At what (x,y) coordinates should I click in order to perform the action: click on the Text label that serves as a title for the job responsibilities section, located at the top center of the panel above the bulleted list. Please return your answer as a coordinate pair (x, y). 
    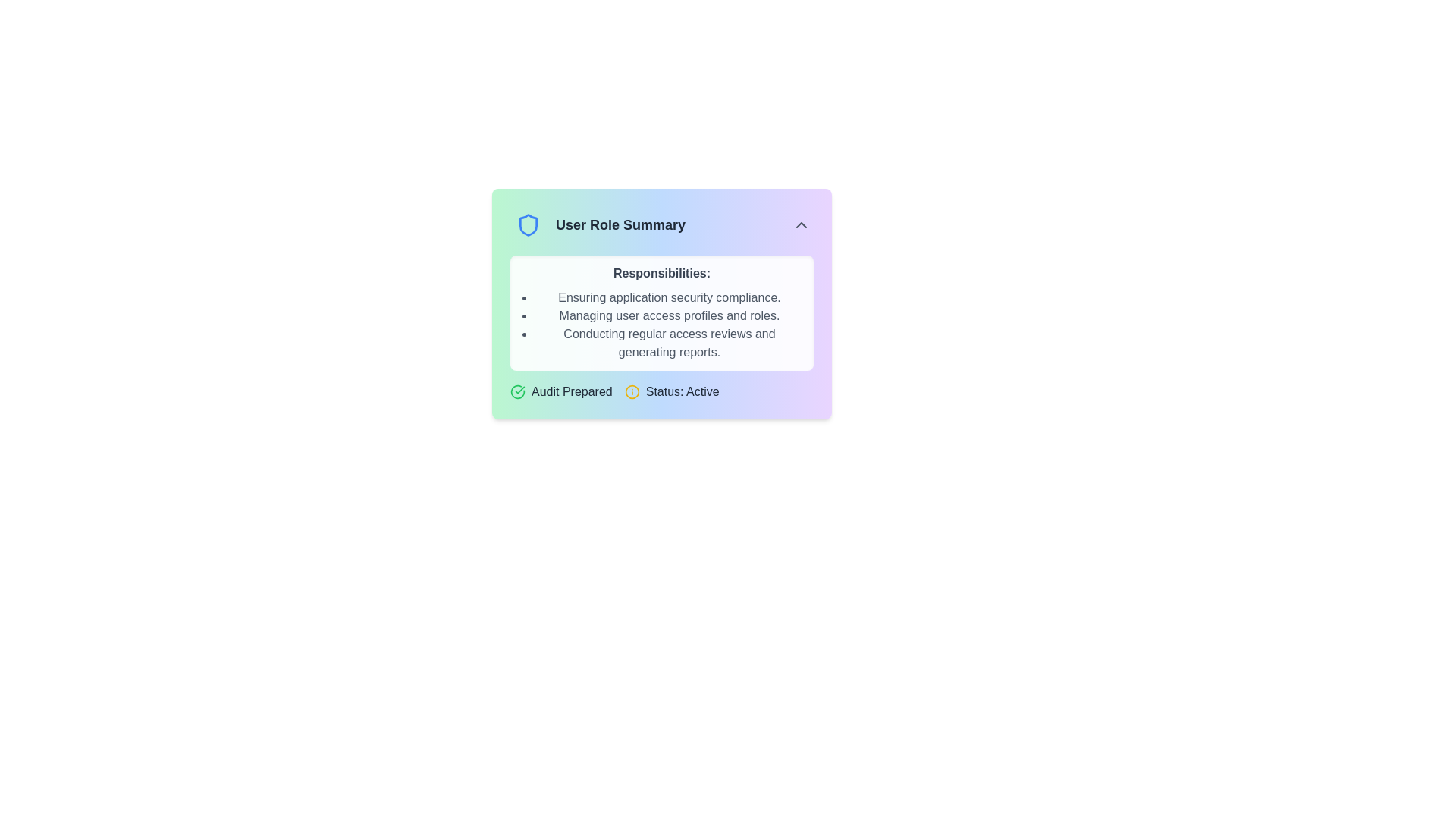
    Looking at the image, I should click on (662, 274).